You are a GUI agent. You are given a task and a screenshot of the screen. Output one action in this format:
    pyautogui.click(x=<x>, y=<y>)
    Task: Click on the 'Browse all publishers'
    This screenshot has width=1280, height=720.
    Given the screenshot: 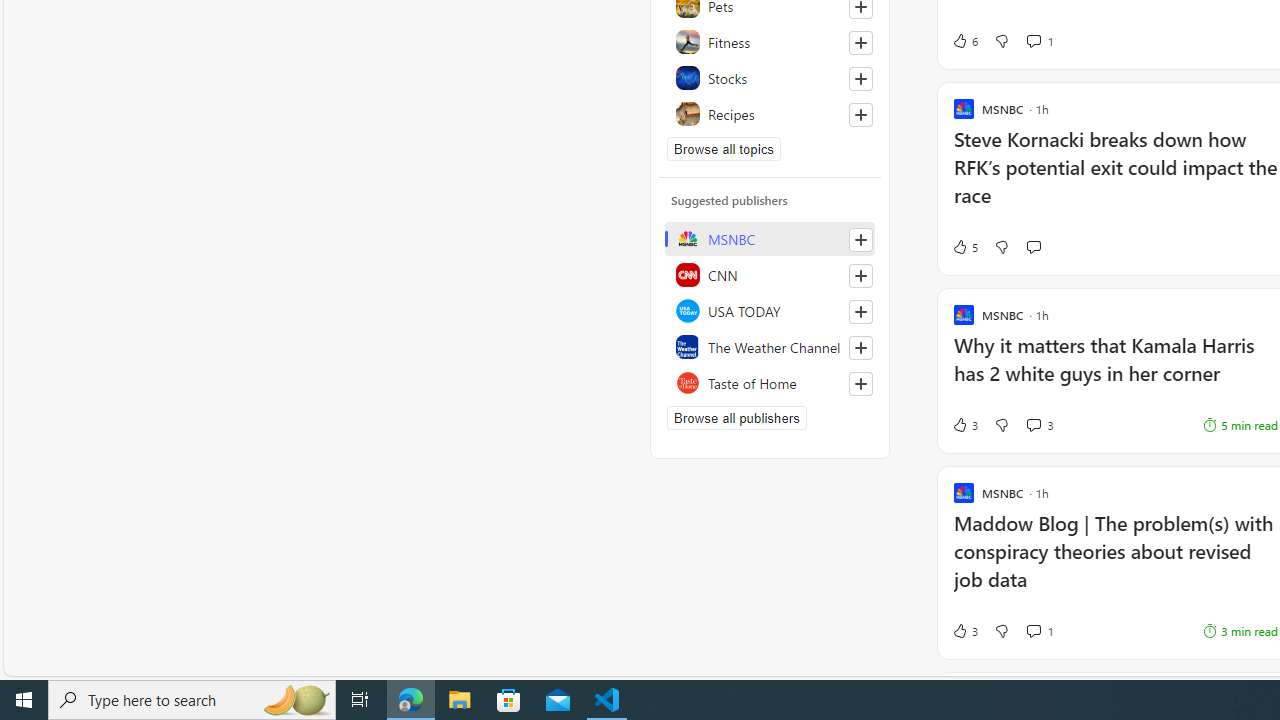 What is the action you would take?
    pyautogui.click(x=735, y=416)
    